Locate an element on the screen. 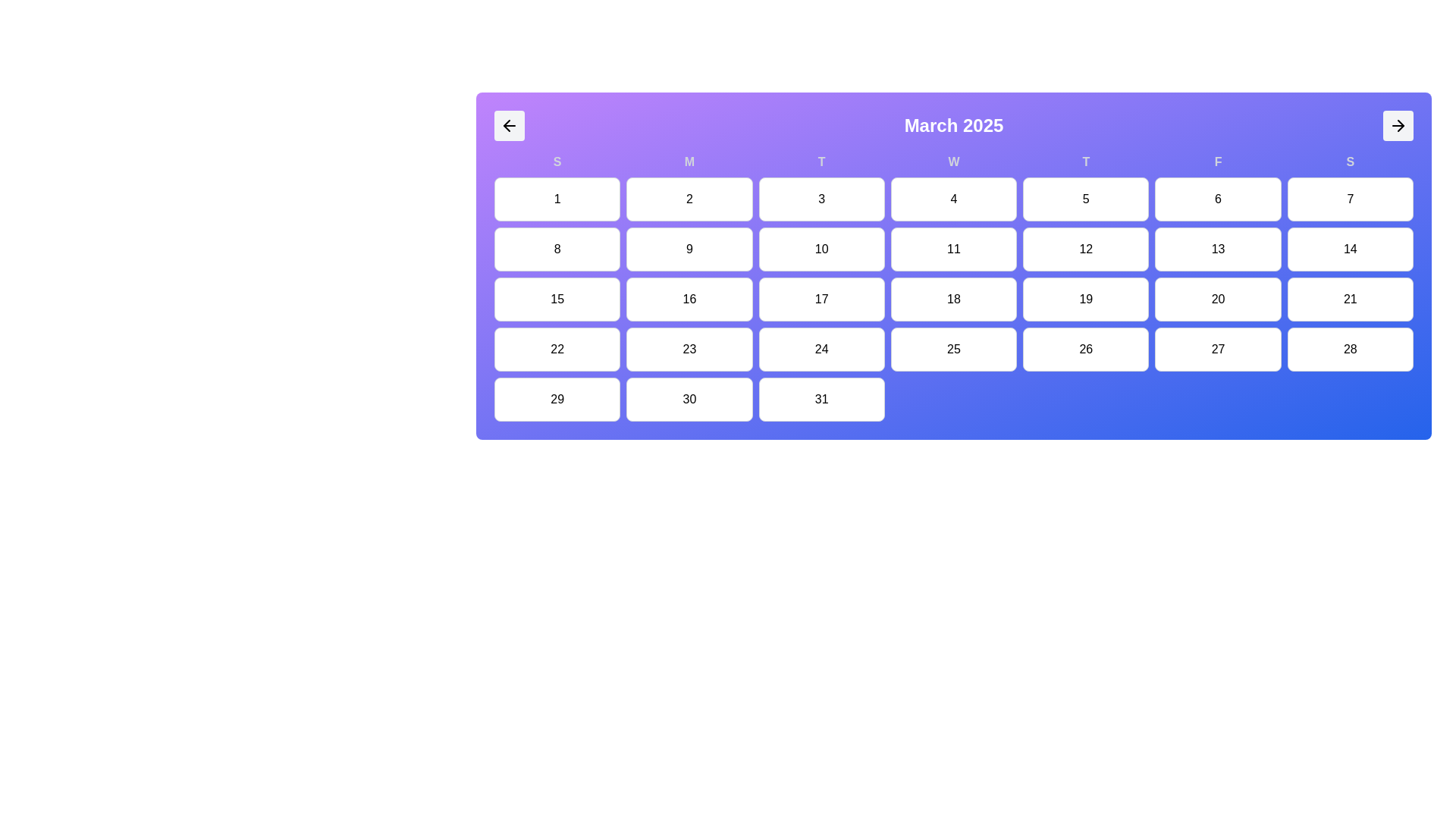 The image size is (1456, 819). the Calendar day cell representing the 13th day in the Friday column is located at coordinates (1218, 248).